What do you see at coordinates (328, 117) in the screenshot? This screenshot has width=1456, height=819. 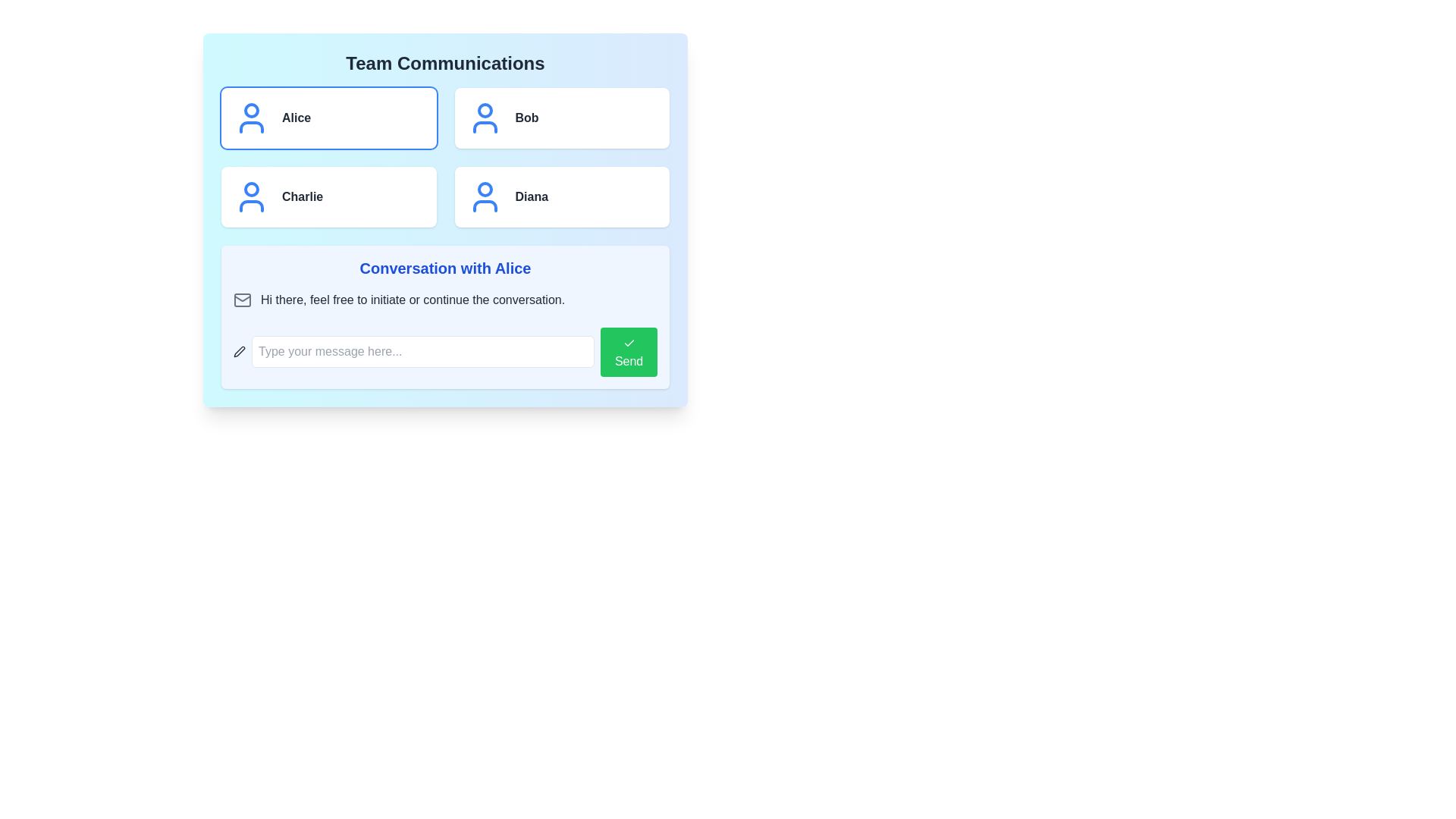 I see `the selectable card for user 'Alice'` at bounding box center [328, 117].